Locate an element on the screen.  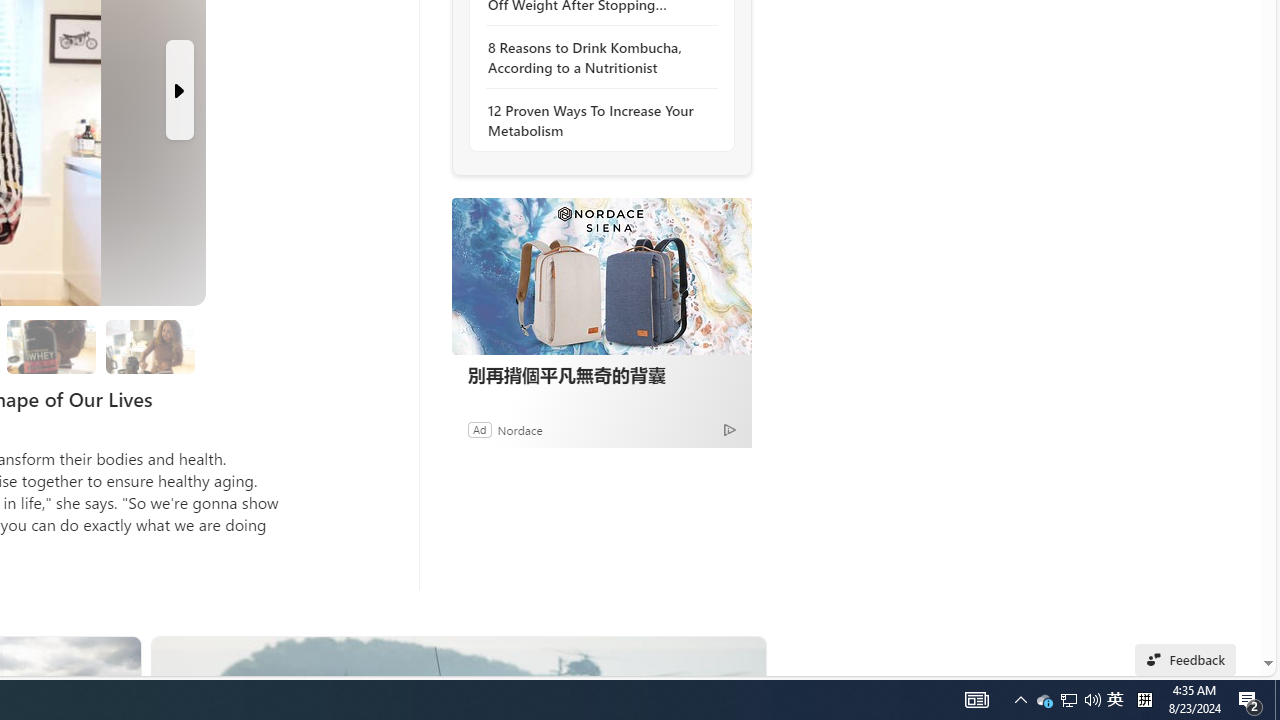
'12 Proven Ways To Increase Your Metabolism' is located at coordinates (595, 120).